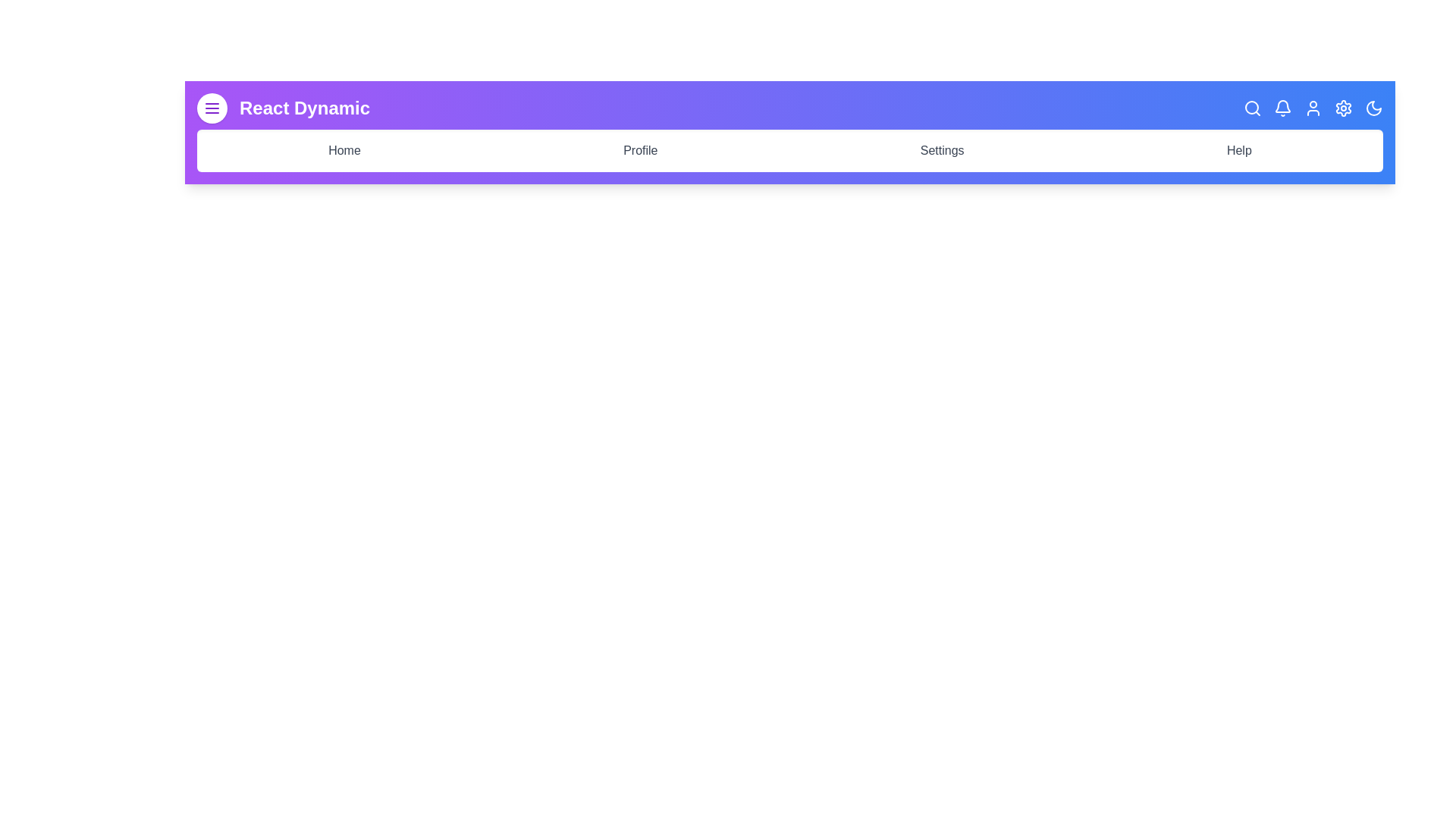 Image resolution: width=1456 pixels, height=819 pixels. I want to click on the text React Dynamic in the navigation bar, so click(304, 107).